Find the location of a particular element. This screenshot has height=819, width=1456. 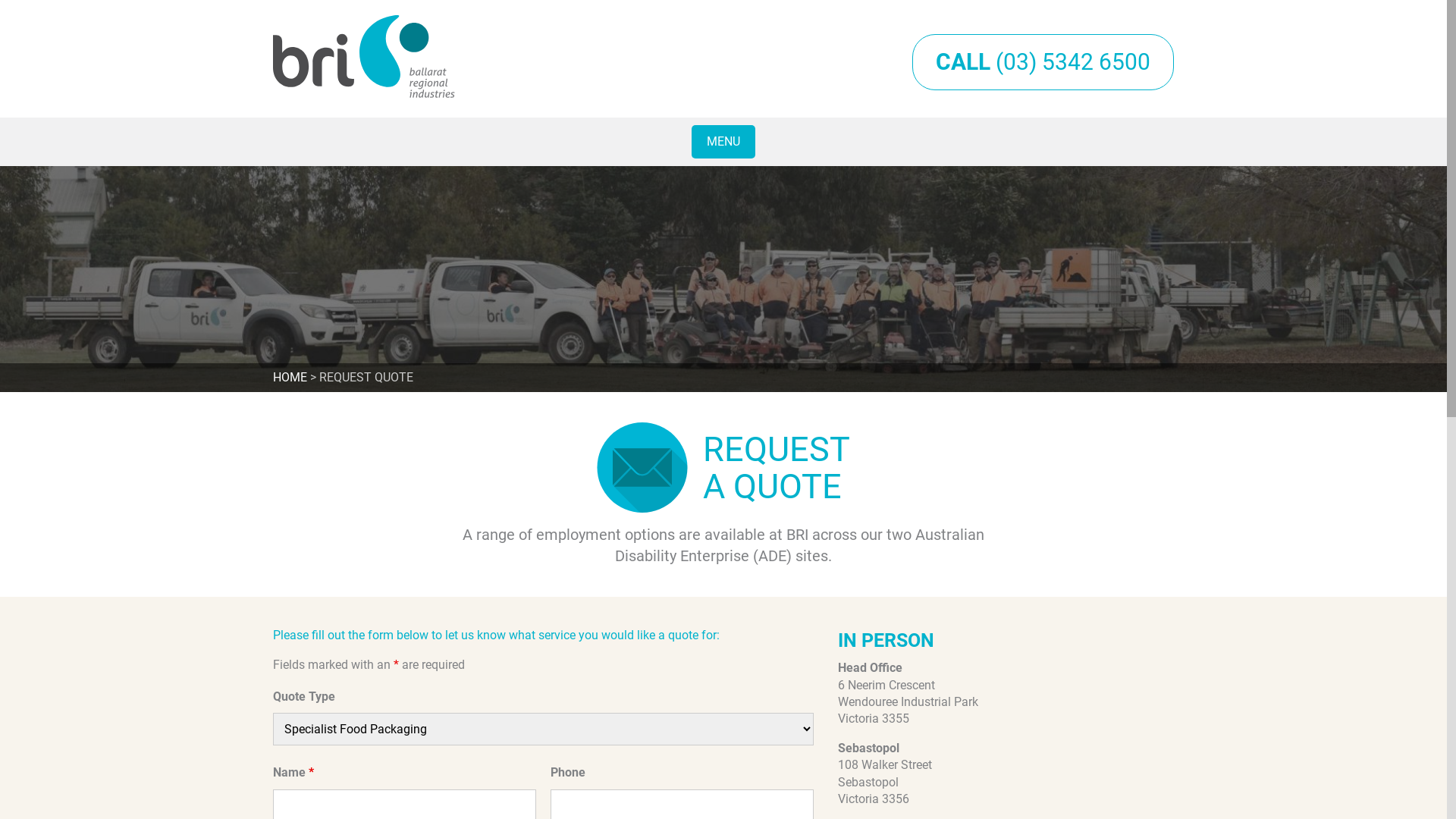

'MENU' is located at coordinates (723, 141).